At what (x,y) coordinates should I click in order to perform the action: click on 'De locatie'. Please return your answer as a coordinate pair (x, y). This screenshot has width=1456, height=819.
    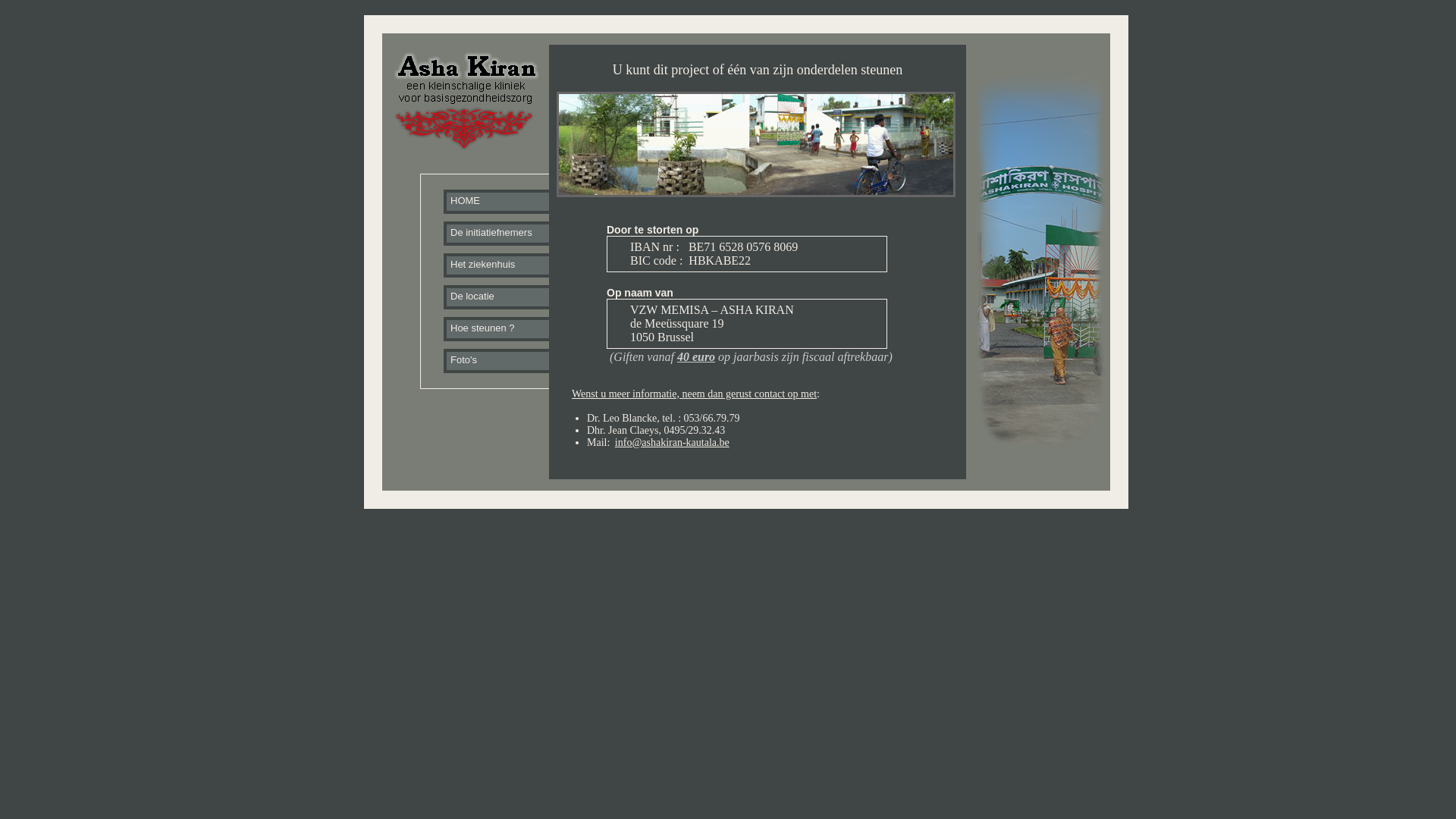
    Looking at the image, I should click on (446, 298).